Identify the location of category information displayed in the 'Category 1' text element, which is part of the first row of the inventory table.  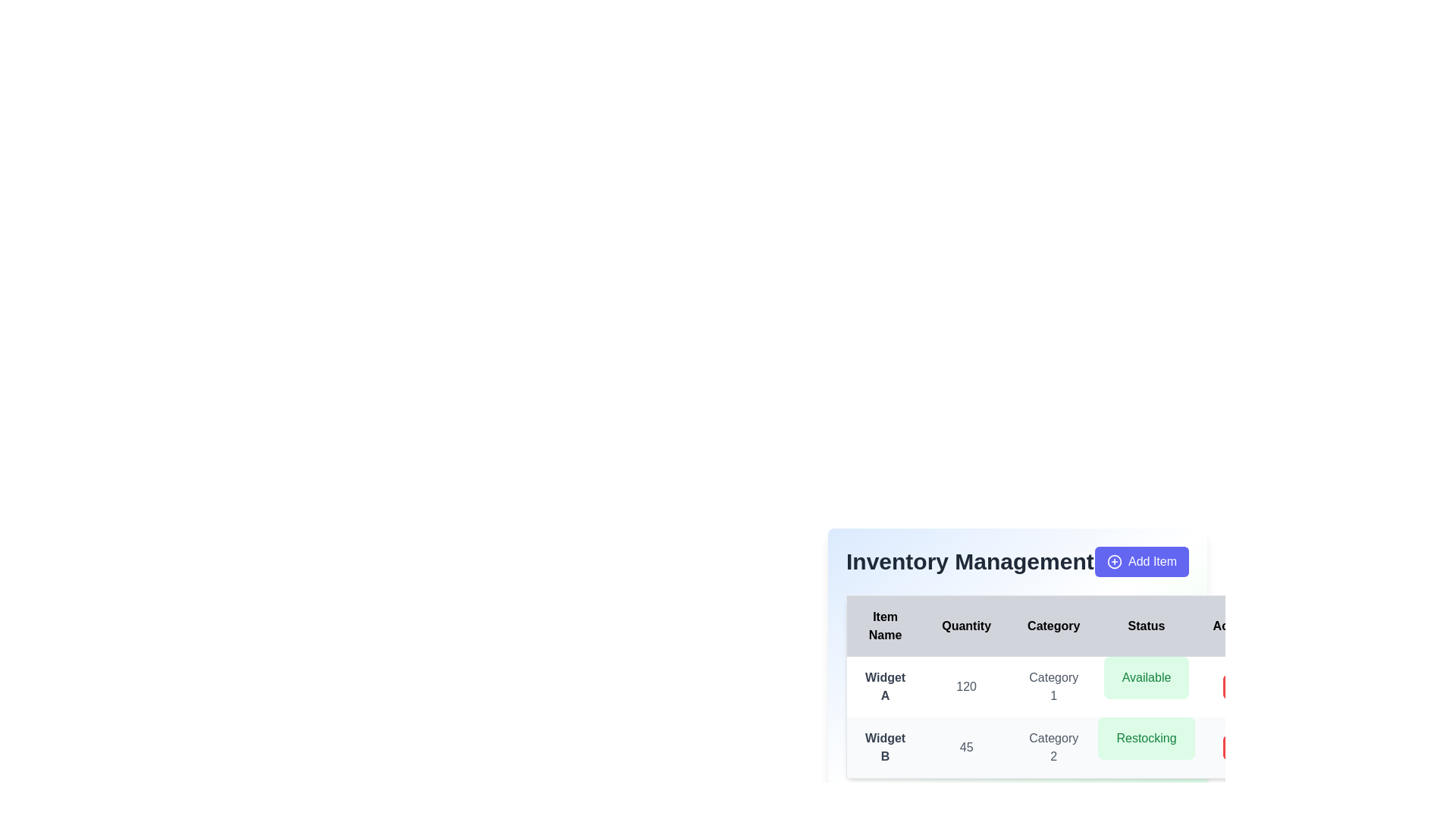
(1060, 687).